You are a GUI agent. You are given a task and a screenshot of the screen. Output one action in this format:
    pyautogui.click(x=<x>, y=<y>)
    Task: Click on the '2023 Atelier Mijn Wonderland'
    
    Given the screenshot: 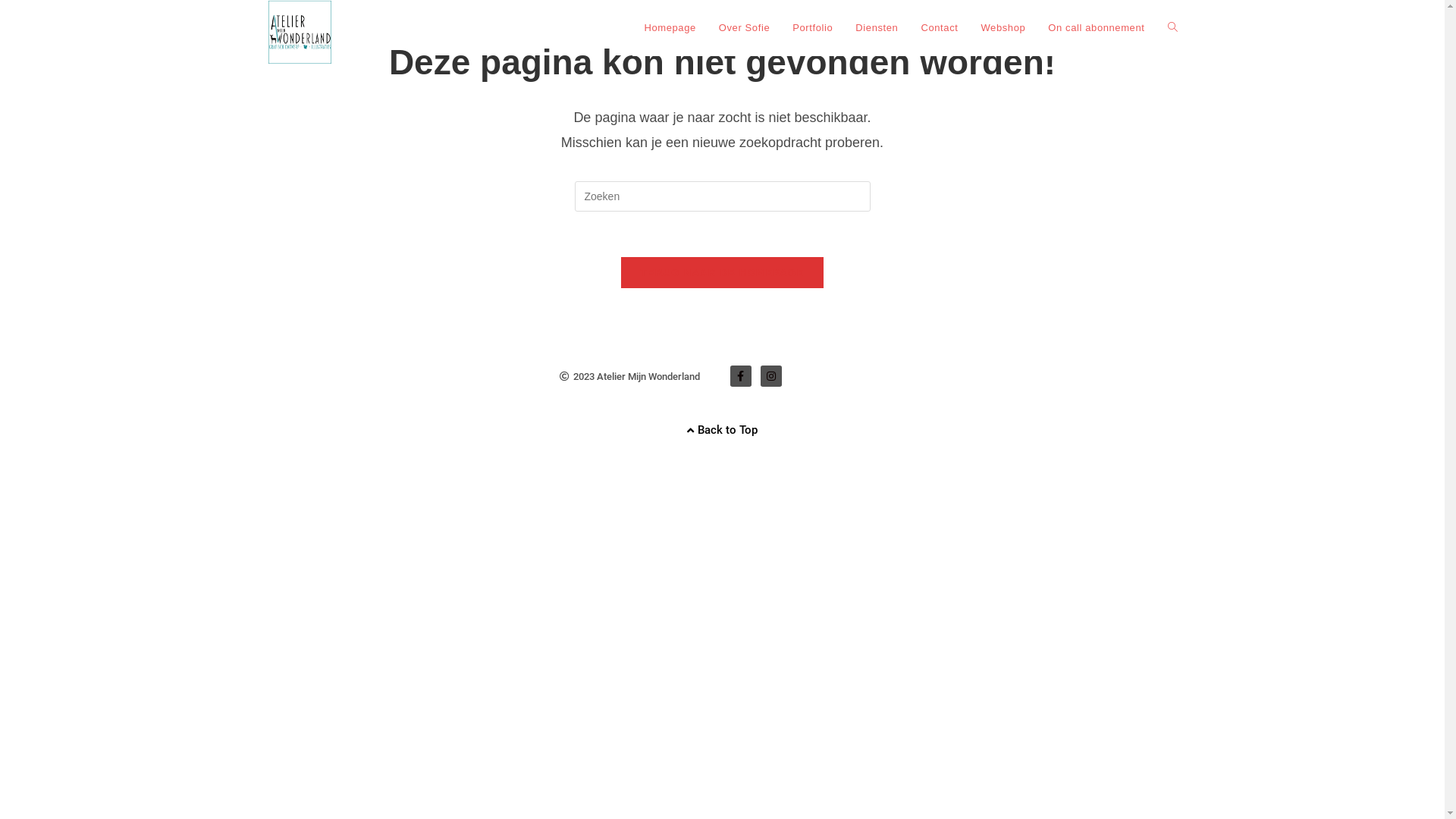 What is the action you would take?
    pyautogui.click(x=629, y=375)
    